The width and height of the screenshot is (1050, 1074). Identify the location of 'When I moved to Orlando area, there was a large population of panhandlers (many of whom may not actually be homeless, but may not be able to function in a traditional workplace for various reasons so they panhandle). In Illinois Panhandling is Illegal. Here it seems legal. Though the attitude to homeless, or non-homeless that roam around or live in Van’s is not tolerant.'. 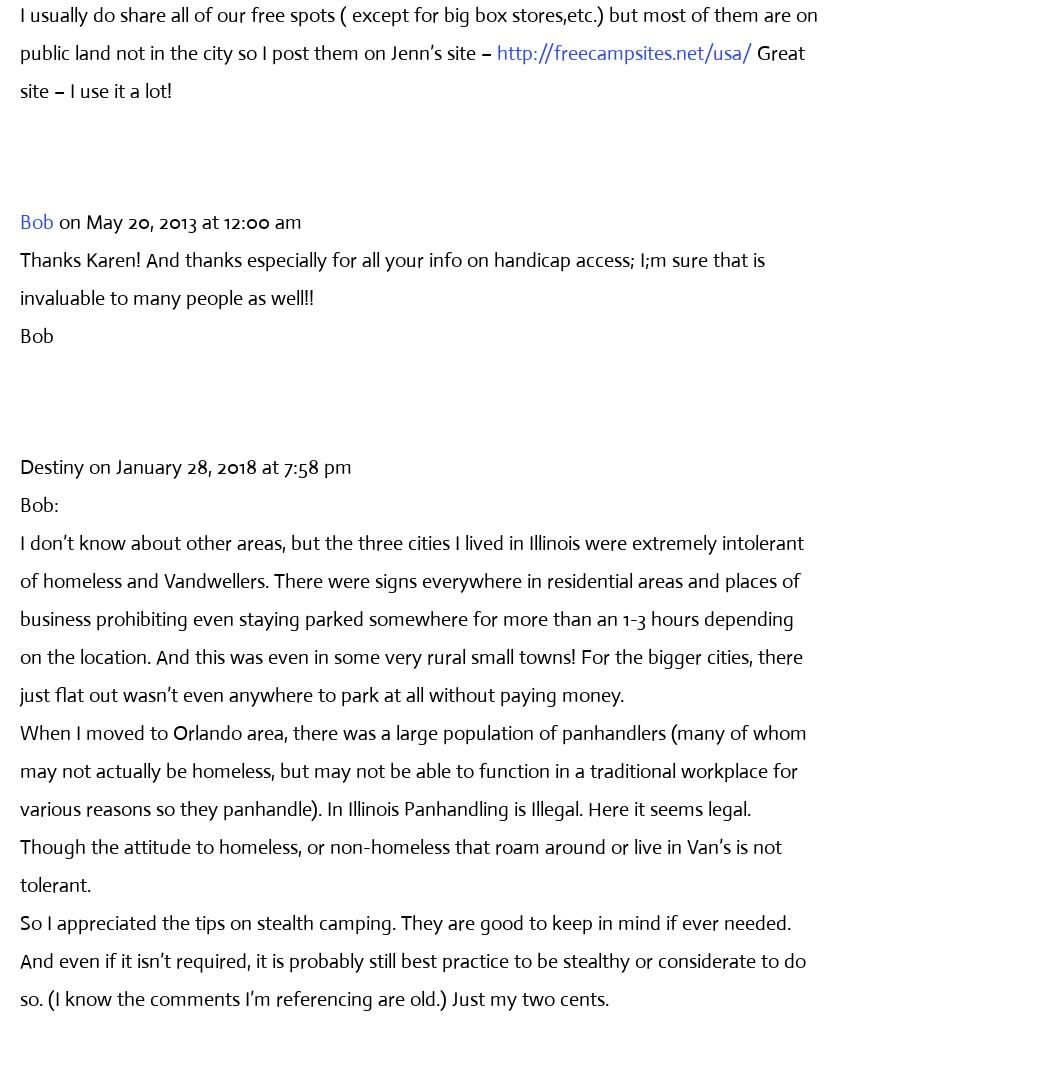
(412, 808).